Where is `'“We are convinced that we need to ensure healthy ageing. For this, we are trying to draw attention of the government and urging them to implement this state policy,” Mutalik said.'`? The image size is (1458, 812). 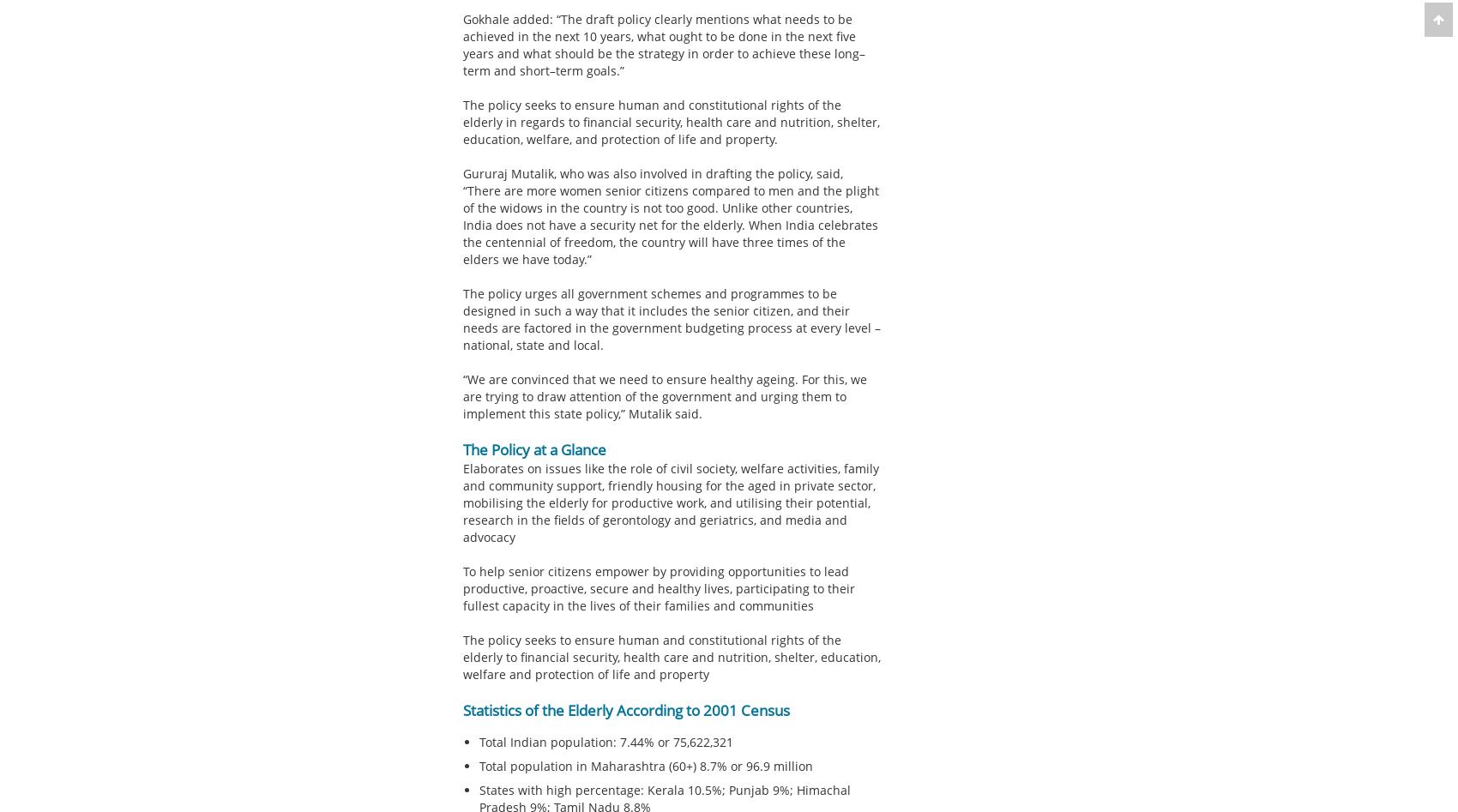 '“We are convinced that we need to ensure healthy ageing. For this, we are trying to draw attention of the government and urging them to implement this state policy,” Mutalik said.' is located at coordinates (461, 396).